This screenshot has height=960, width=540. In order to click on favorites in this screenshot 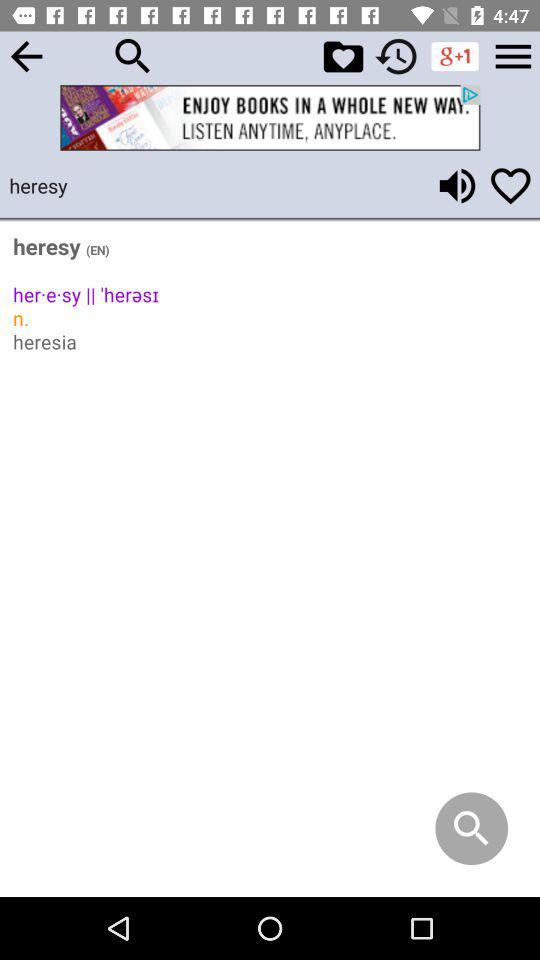, I will do `click(342, 55)`.